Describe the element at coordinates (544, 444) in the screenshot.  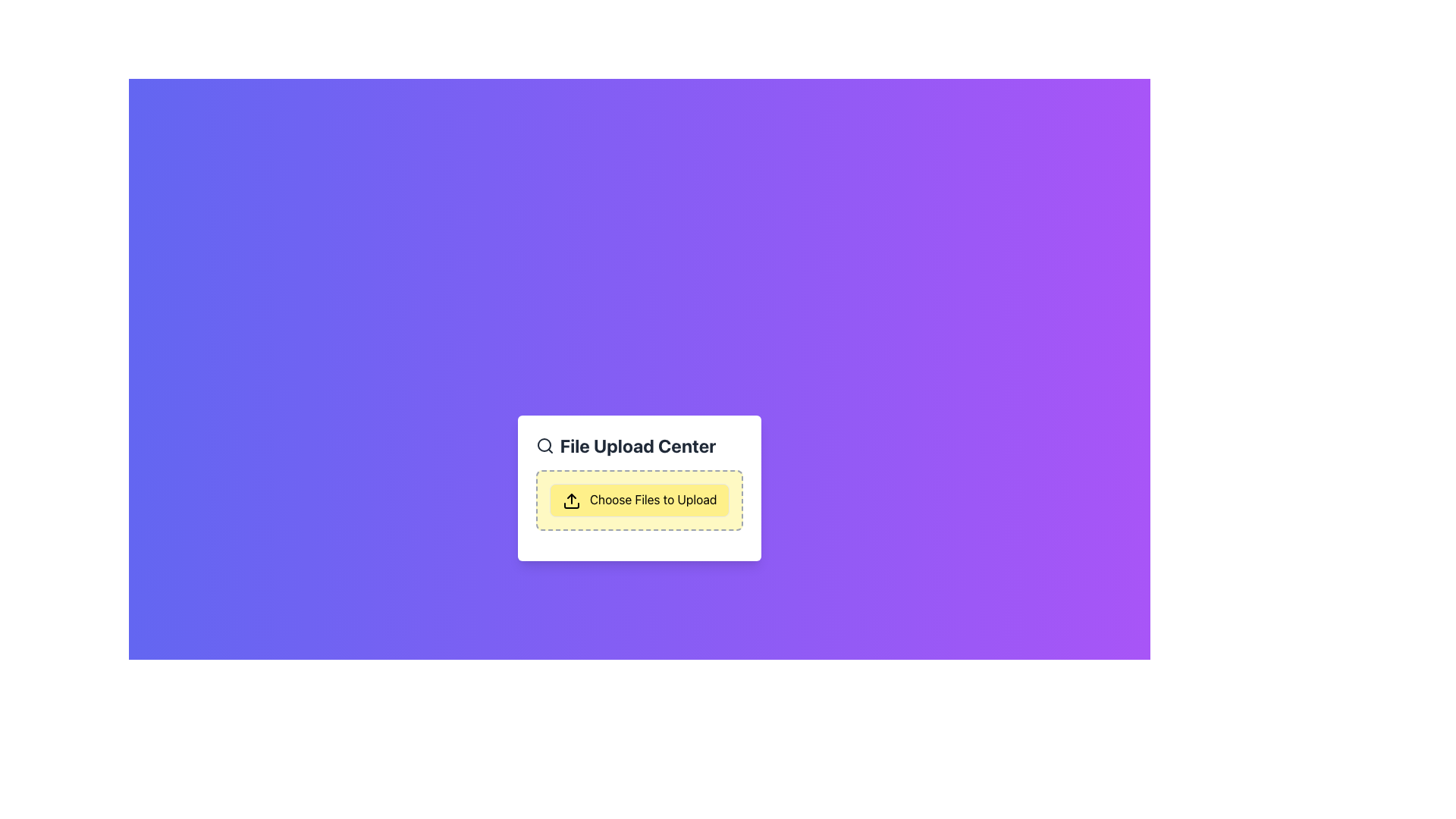
I see `the decorative graphic, which is a circular shape with a white center and a thin black border, located within a magnifying glass icon, positioned to the left of the 'File Upload Center' text` at that location.